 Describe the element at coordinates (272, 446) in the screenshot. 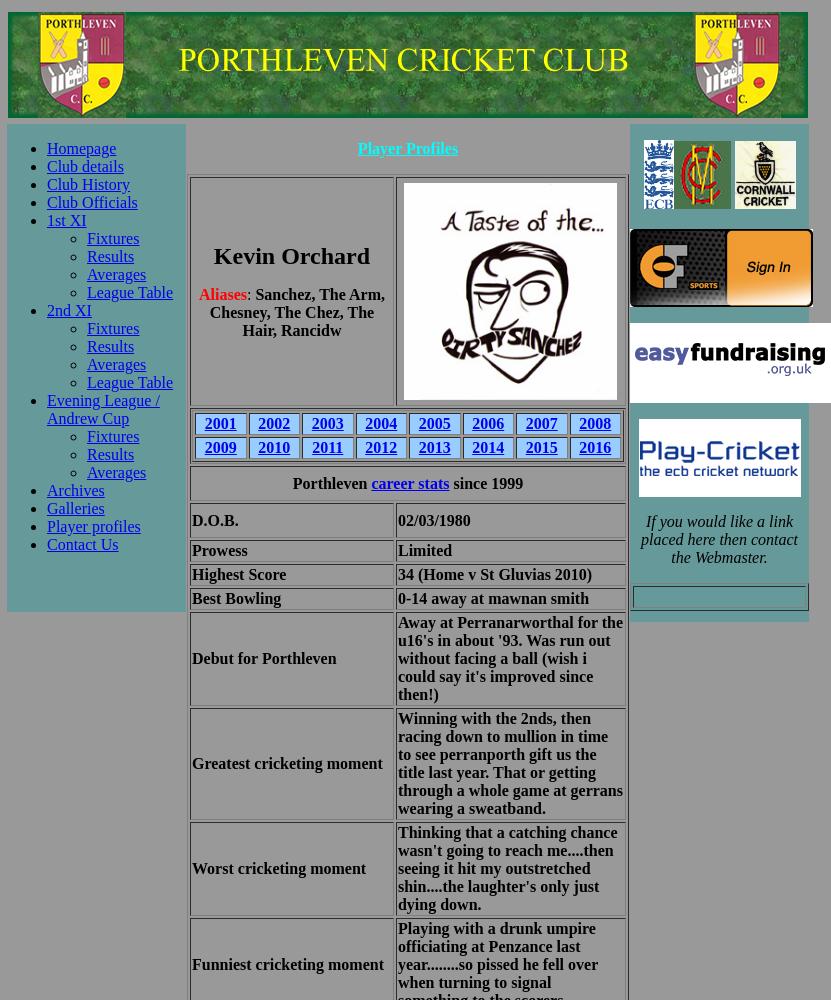

I see `'2010'` at that location.